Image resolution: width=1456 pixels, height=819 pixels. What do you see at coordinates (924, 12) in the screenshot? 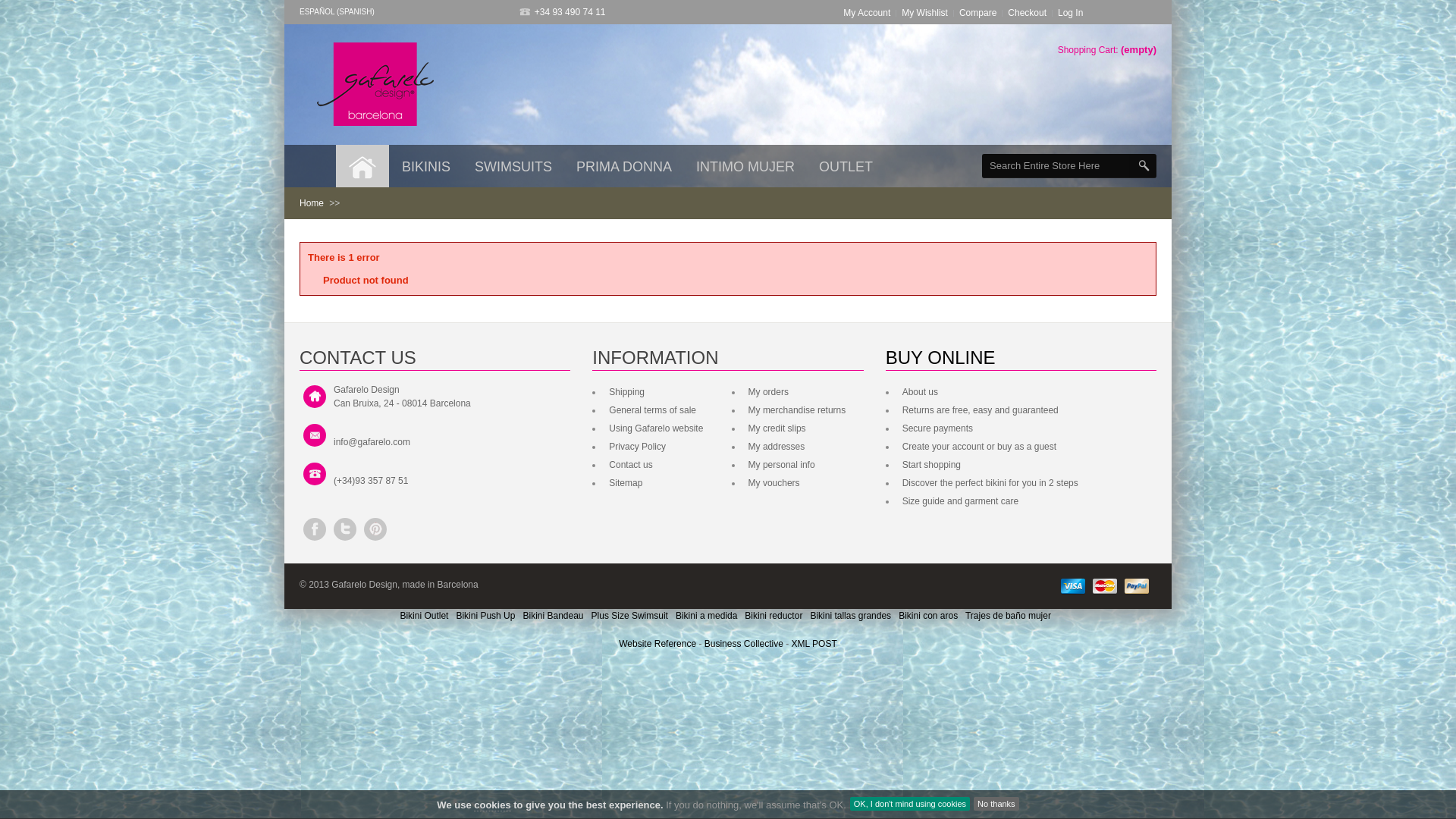
I see `'My Wishlist'` at bounding box center [924, 12].